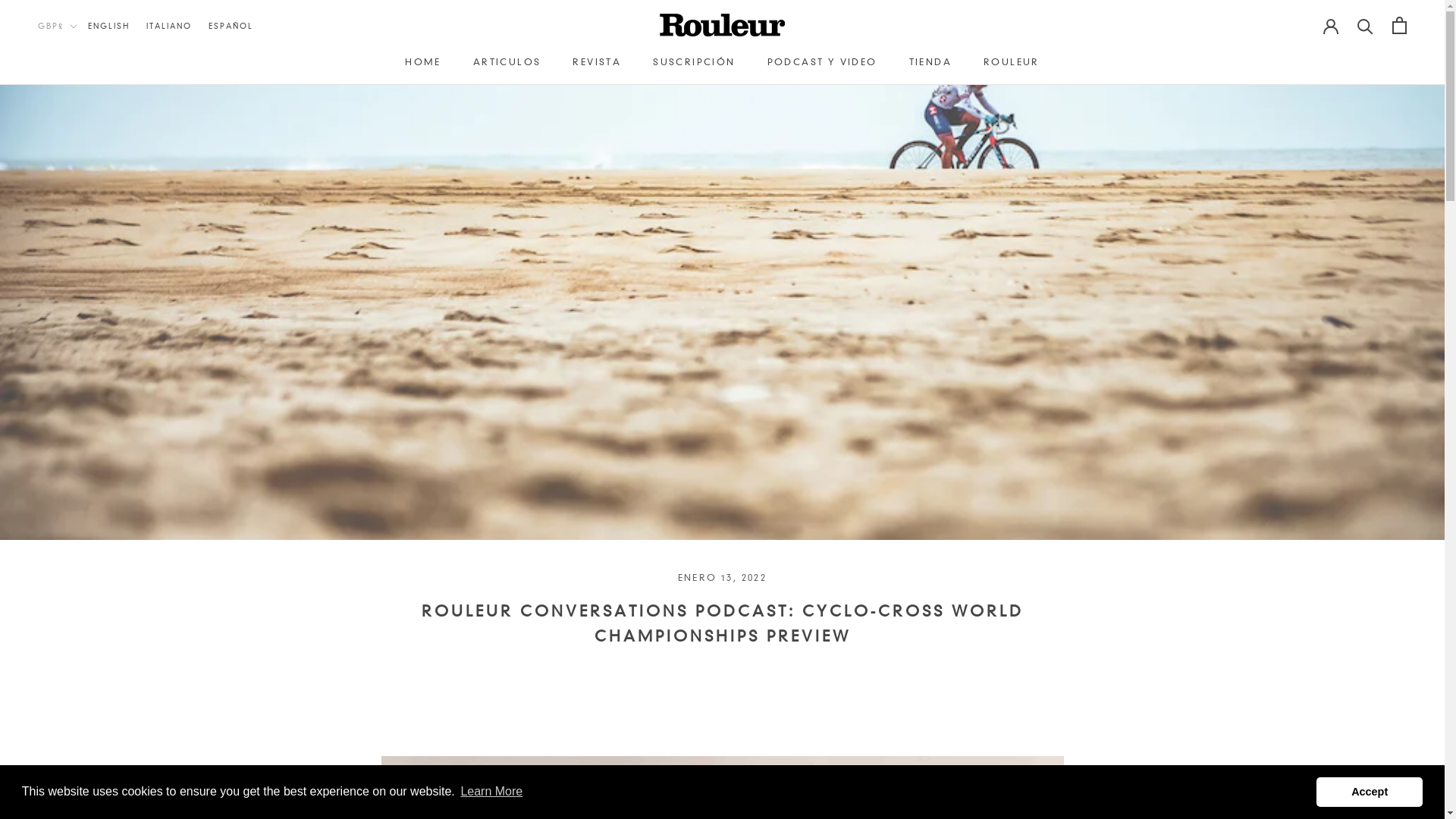 This screenshot has height=819, width=1456. What do you see at coordinates (422, 61) in the screenshot?
I see `'HOME` at bounding box center [422, 61].